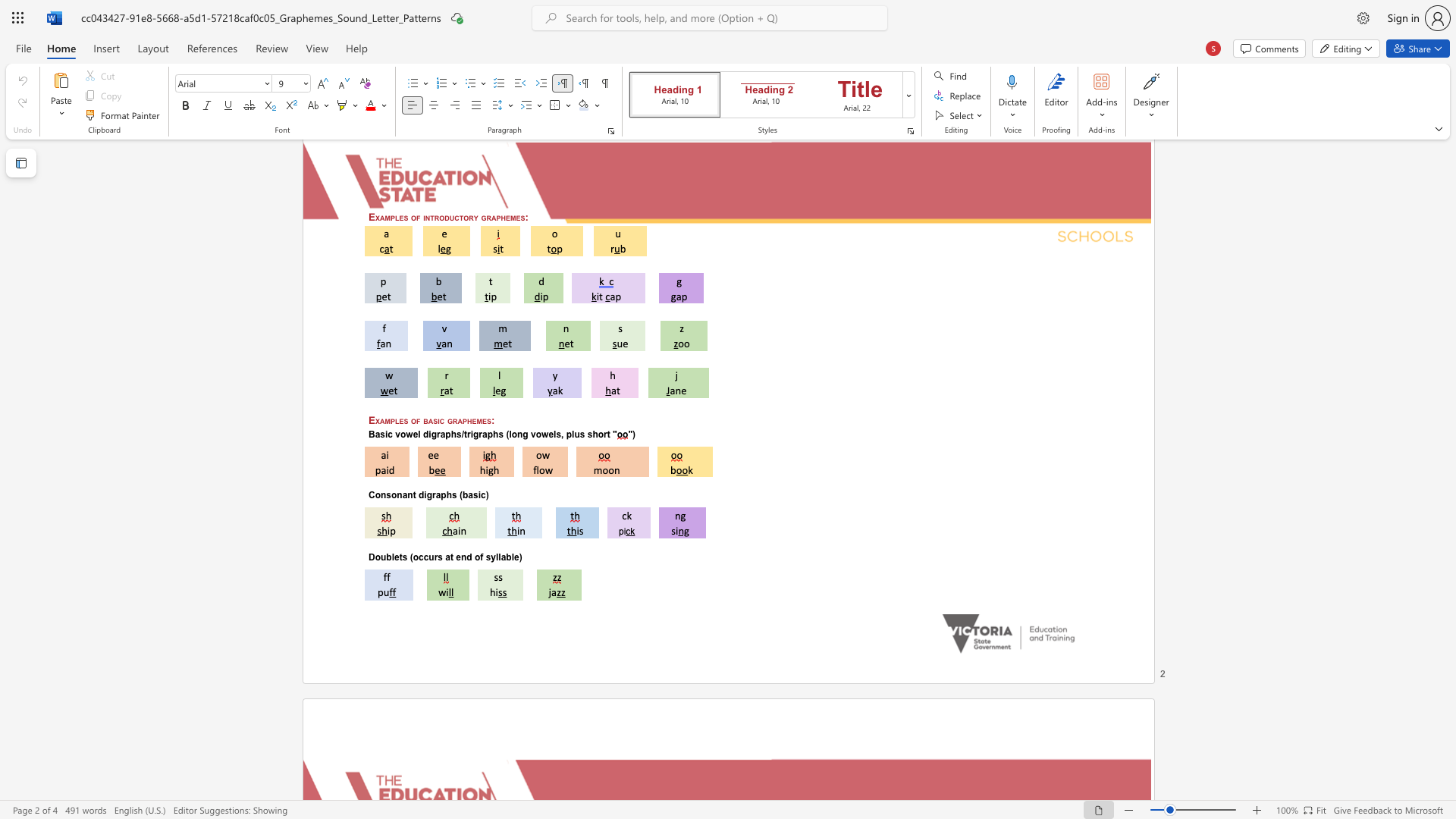 This screenshot has height=819, width=1456. What do you see at coordinates (419, 495) in the screenshot?
I see `the subset text "digraphs (bas" within the text "Consonant digraphs (basic)"` at bounding box center [419, 495].